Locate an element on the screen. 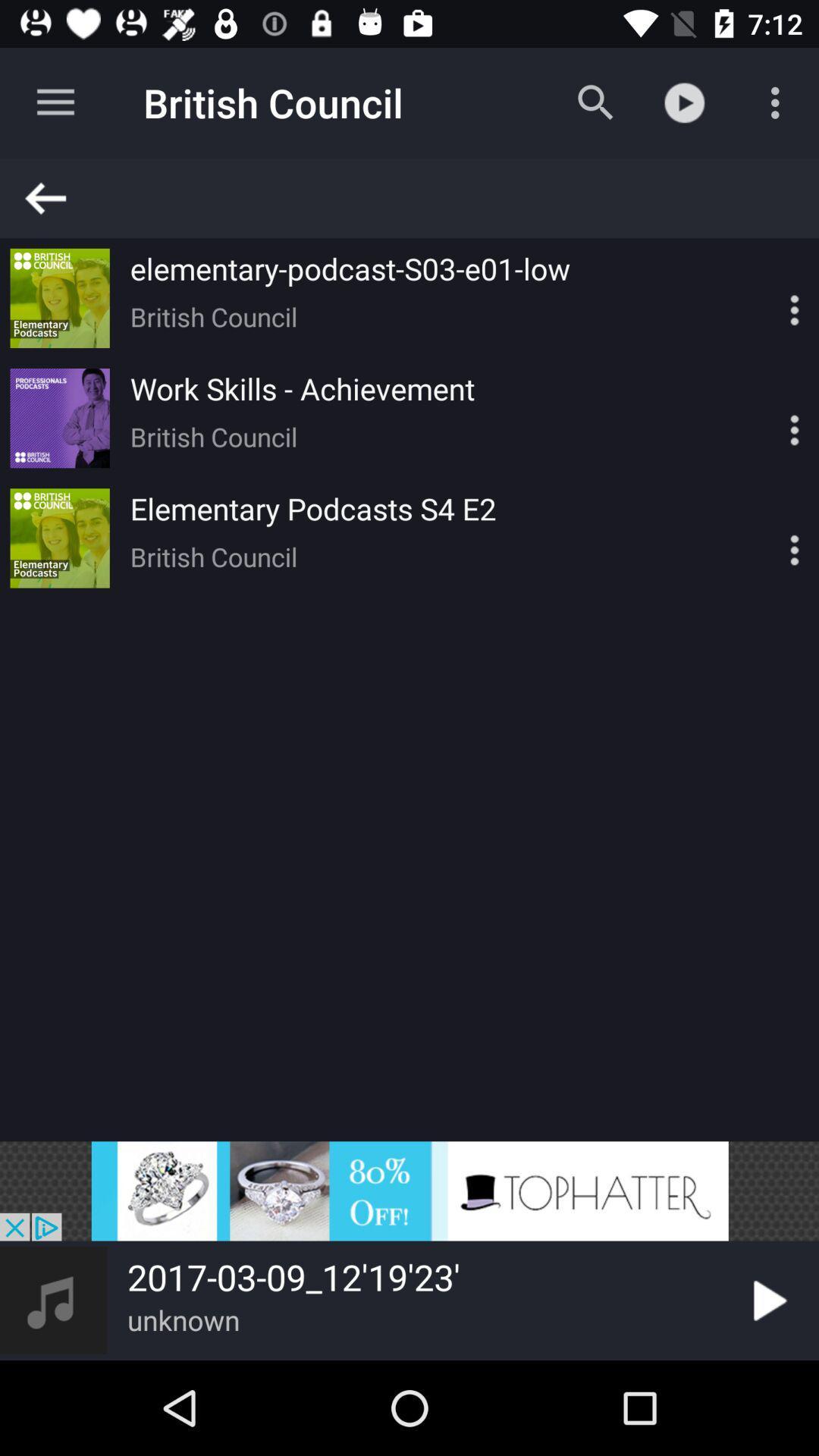 Image resolution: width=819 pixels, height=1456 pixels. mp3 player is located at coordinates (409, 1190).